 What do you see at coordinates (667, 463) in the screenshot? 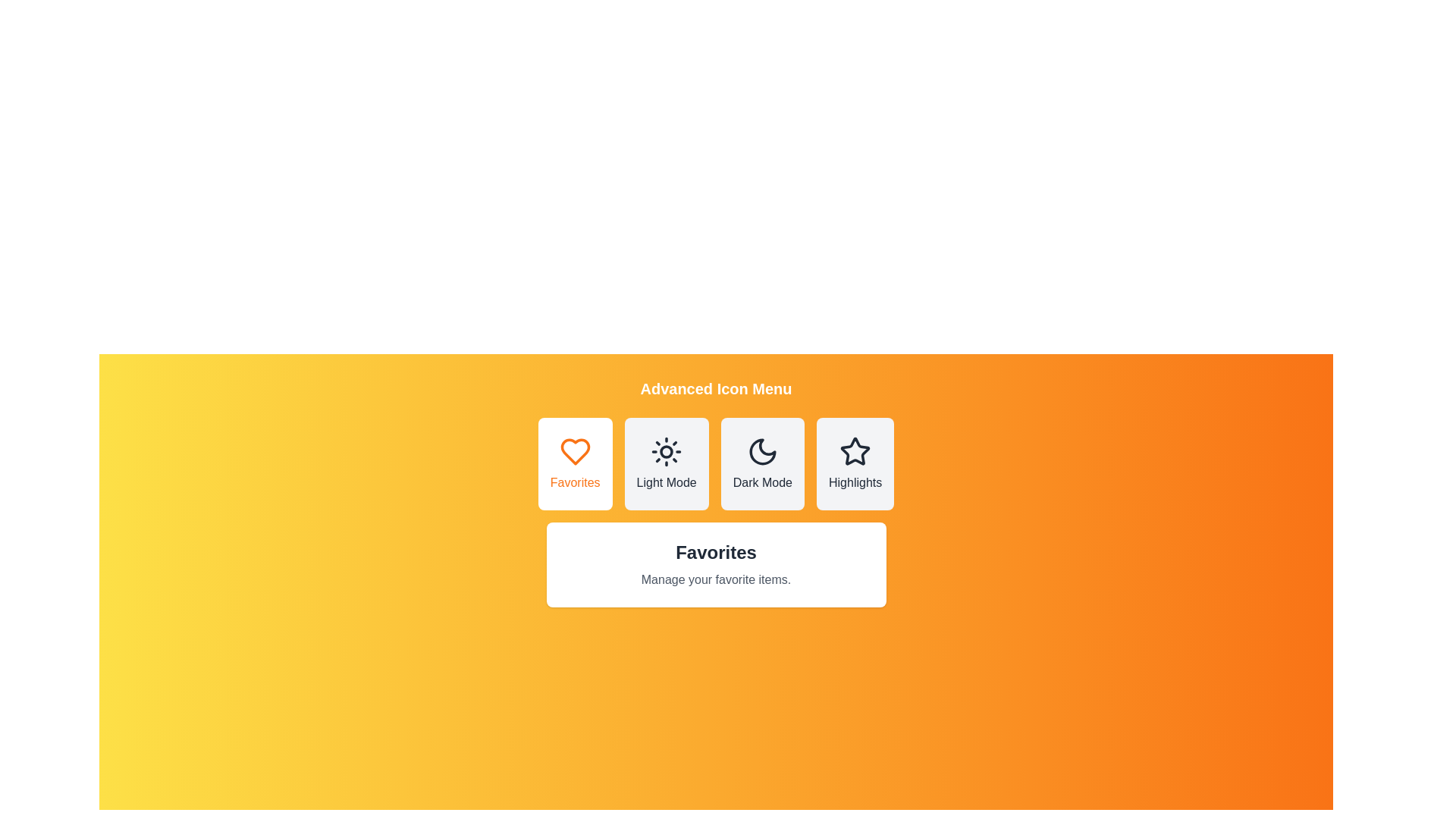
I see `the rectangular button labeled 'Light Mode' with a light gray background and a sun icon` at bounding box center [667, 463].